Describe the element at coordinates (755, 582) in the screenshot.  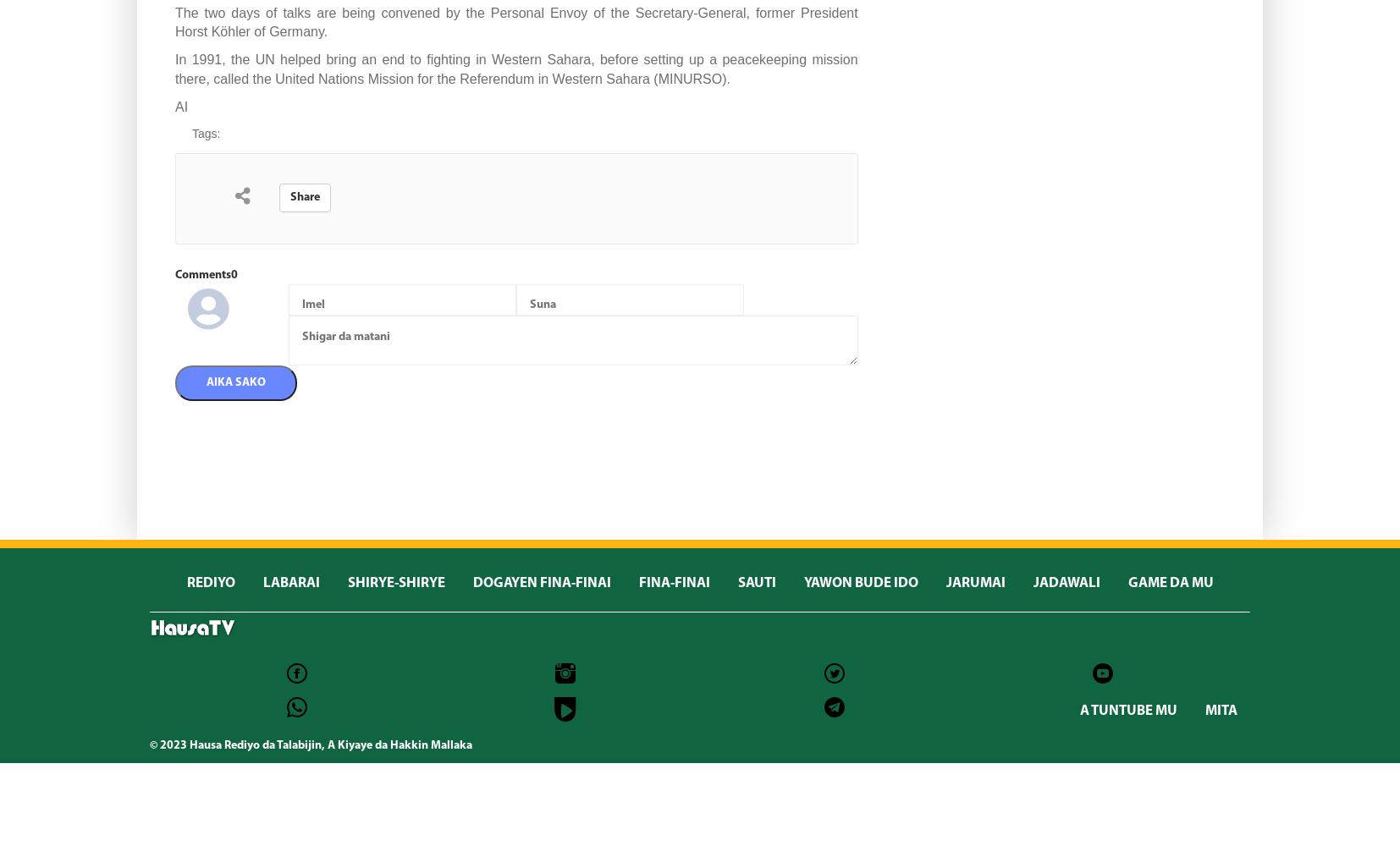
I see `'SAUTI'` at that location.